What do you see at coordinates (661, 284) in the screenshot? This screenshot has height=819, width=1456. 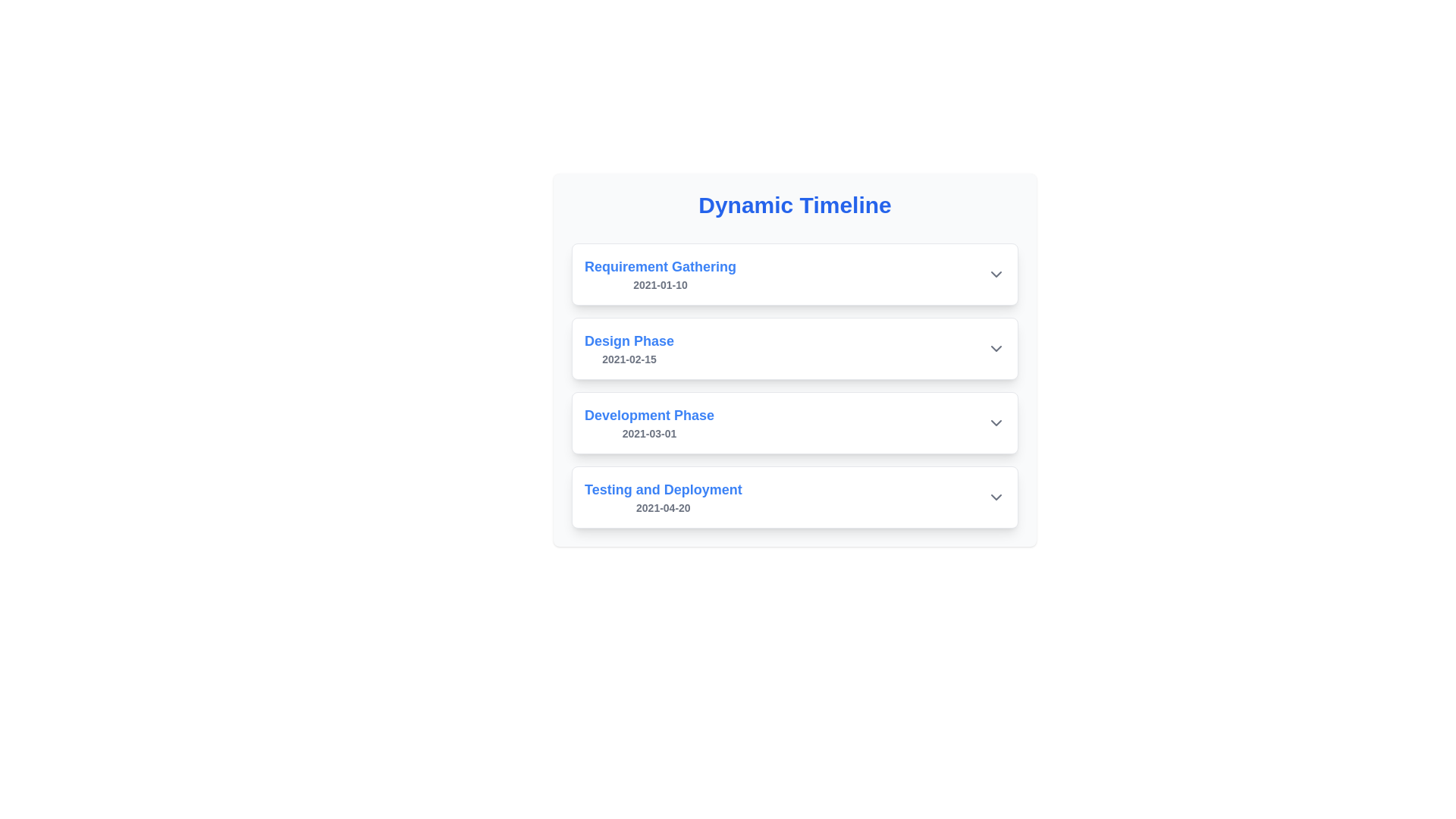 I see `the text label displaying the date '2021-01-10', which is styled in gray and located beneath the bold title 'Requirement Gathering'` at bounding box center [661, 284].